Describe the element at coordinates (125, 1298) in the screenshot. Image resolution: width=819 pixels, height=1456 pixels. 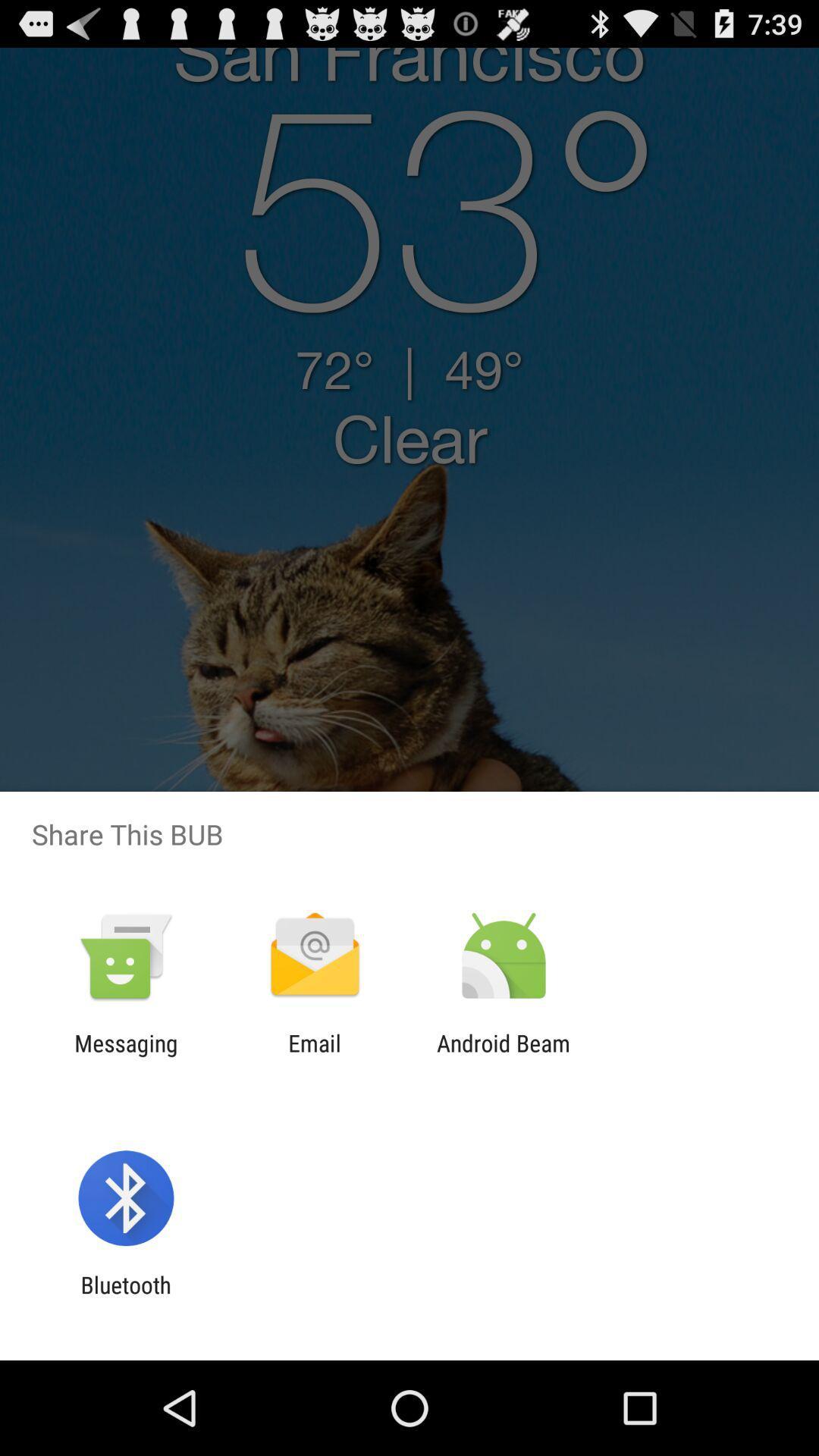
I see `the bluetooth` at that location.